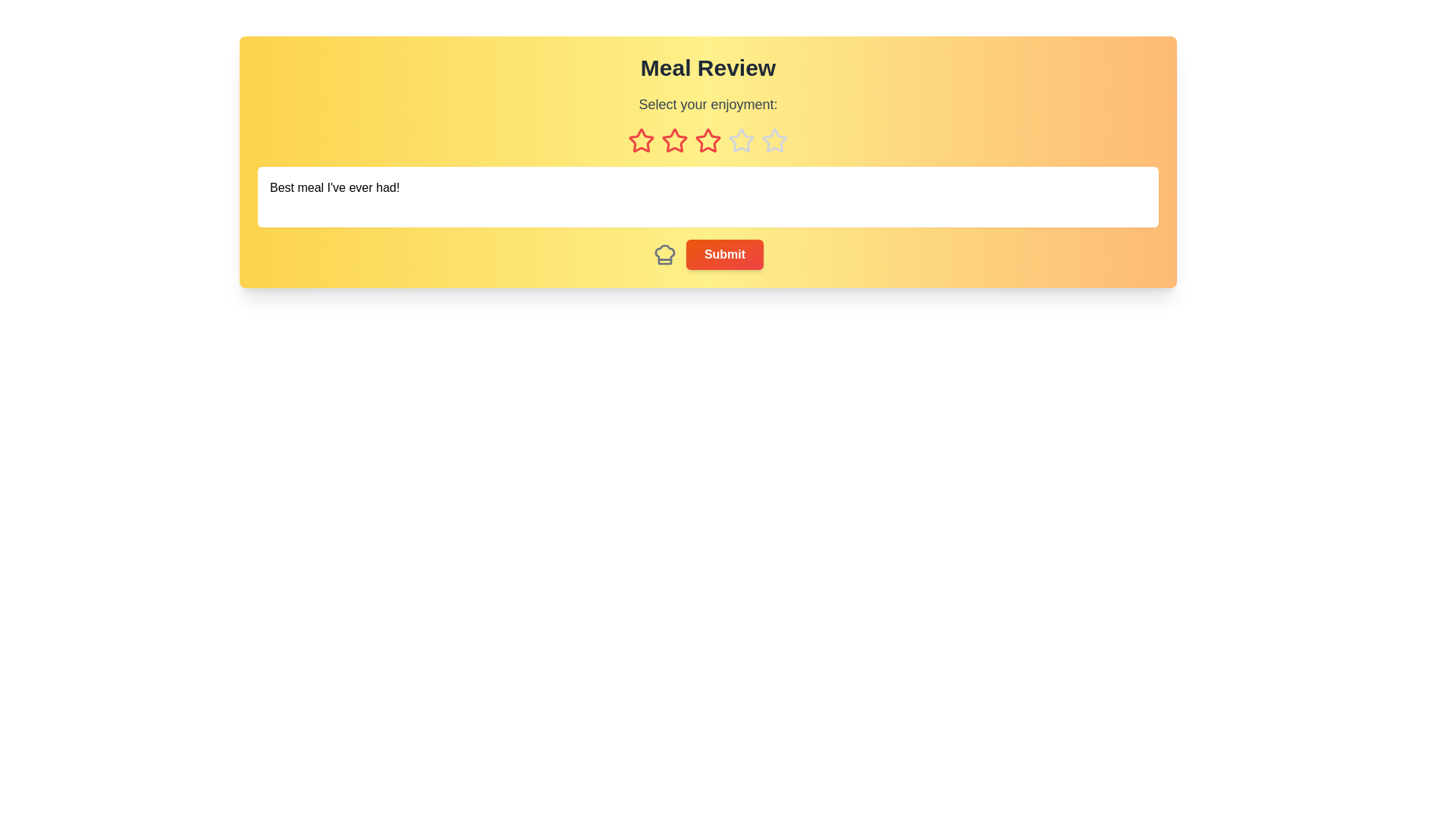 The image size is (1456, 819). I want to click on the fourth star icon in the row of five star-shaped rating options, so click(775, 140).